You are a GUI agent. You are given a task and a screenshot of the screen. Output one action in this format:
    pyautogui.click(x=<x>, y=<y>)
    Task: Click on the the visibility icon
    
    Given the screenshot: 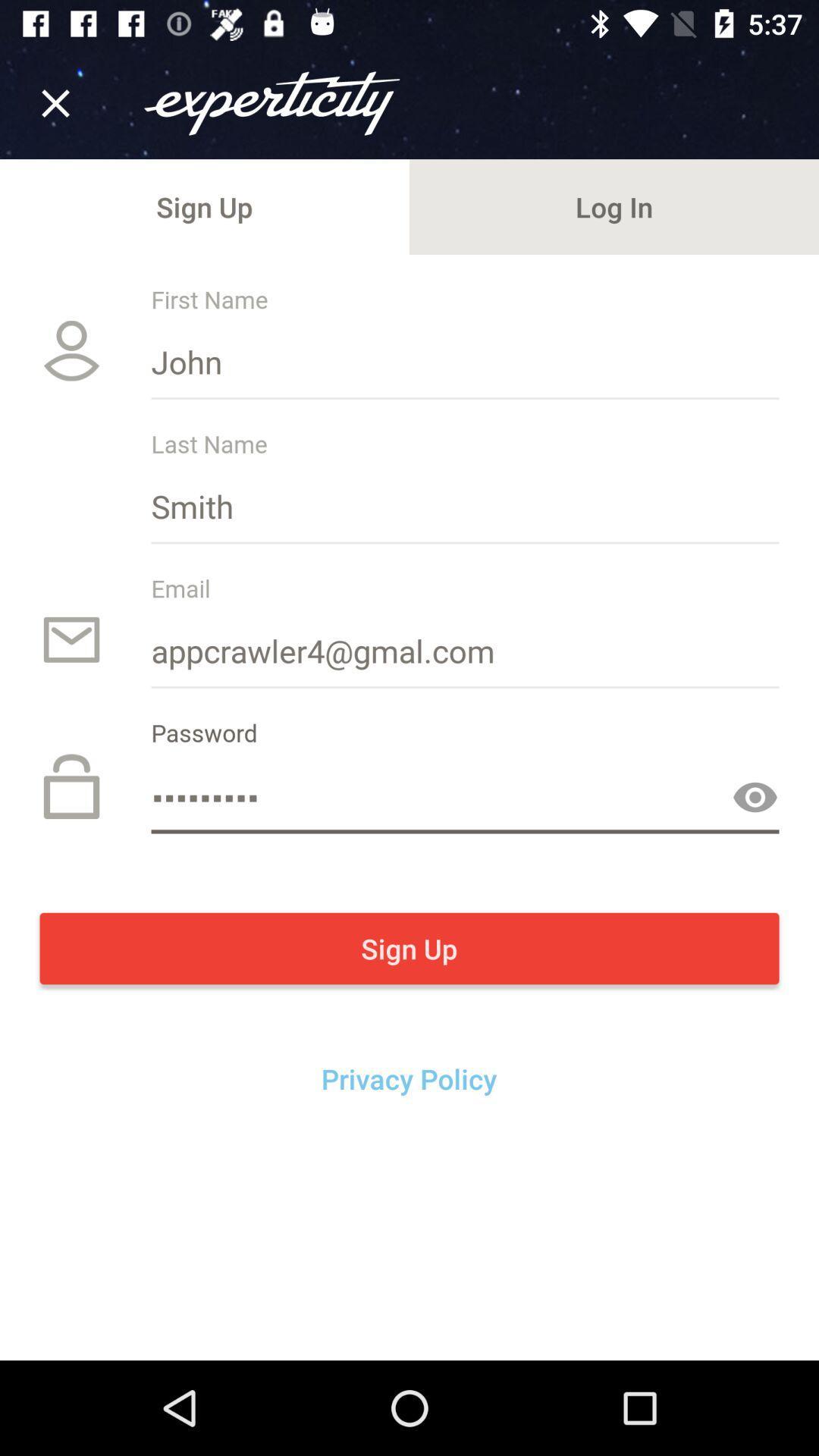 What is the action you would take?
    pyautogui.click(x=755, y=796)
    